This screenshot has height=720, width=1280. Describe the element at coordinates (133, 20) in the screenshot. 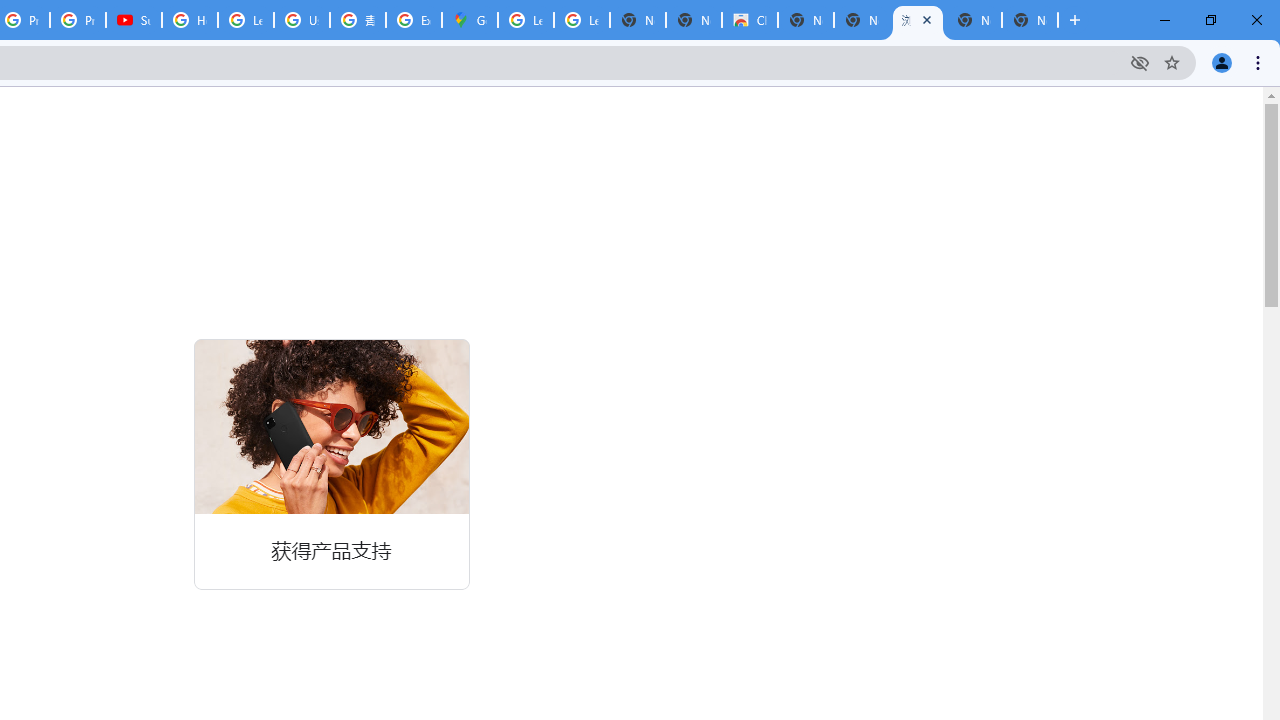

I see `'Subscriptions - YouTube'` at that location.